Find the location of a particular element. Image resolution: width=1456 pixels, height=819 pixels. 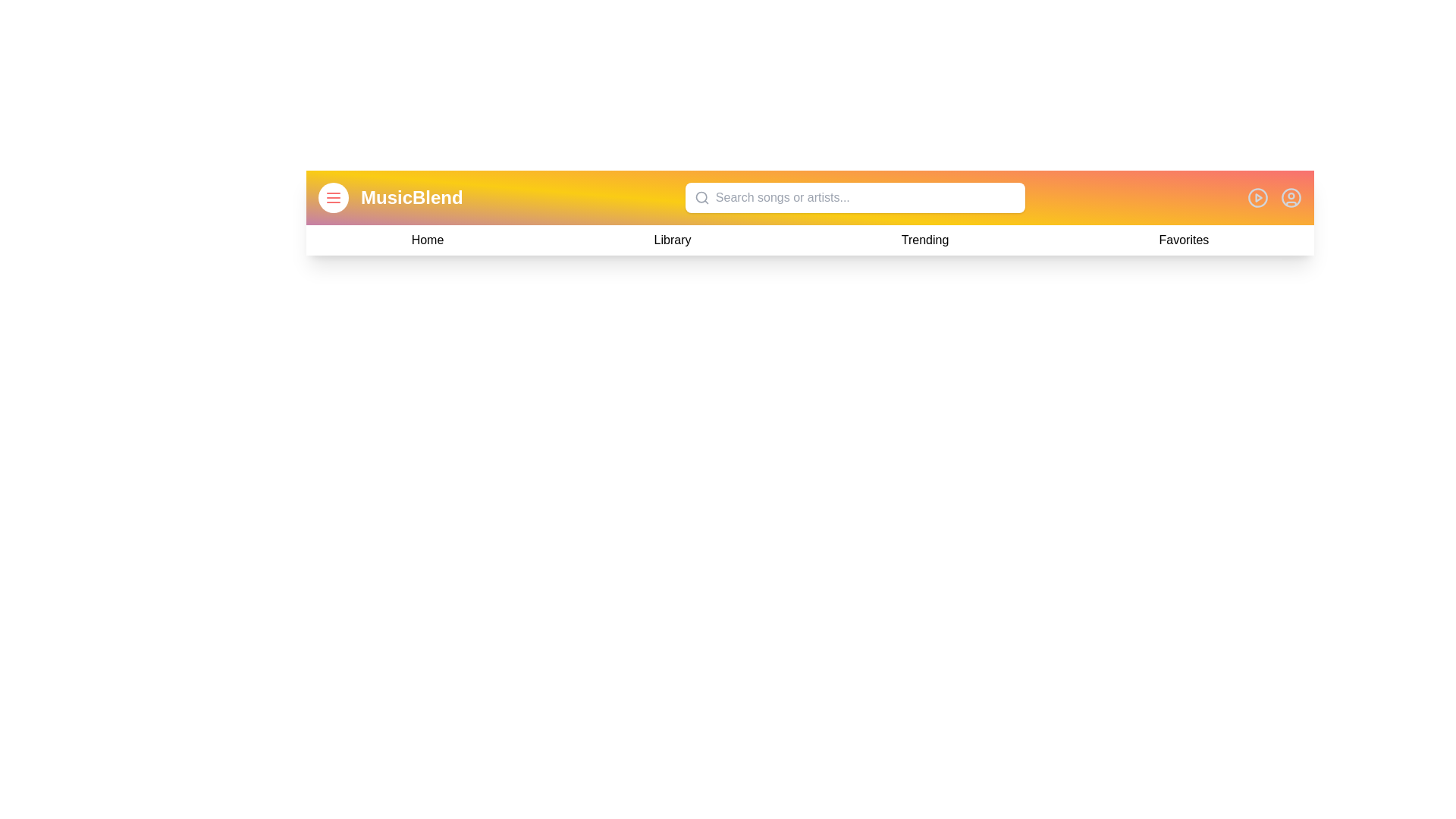

the 'Favorites' option in the navigation bar to navigate to the Favorites section is located at coordinates (1182, 239).